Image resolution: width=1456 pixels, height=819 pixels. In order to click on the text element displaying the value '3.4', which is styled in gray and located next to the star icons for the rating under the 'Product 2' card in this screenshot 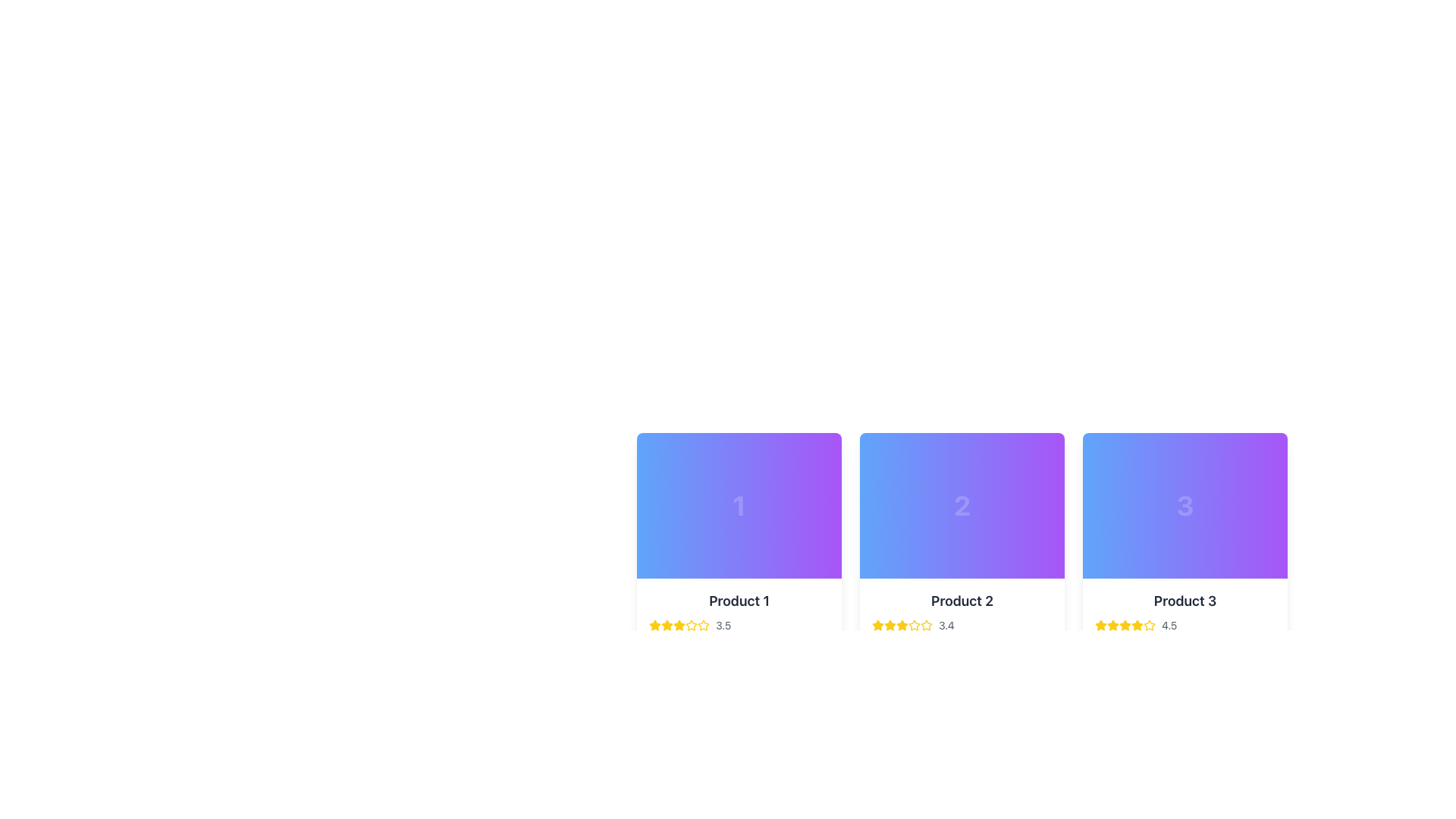, I will do `click(946, 626)`.